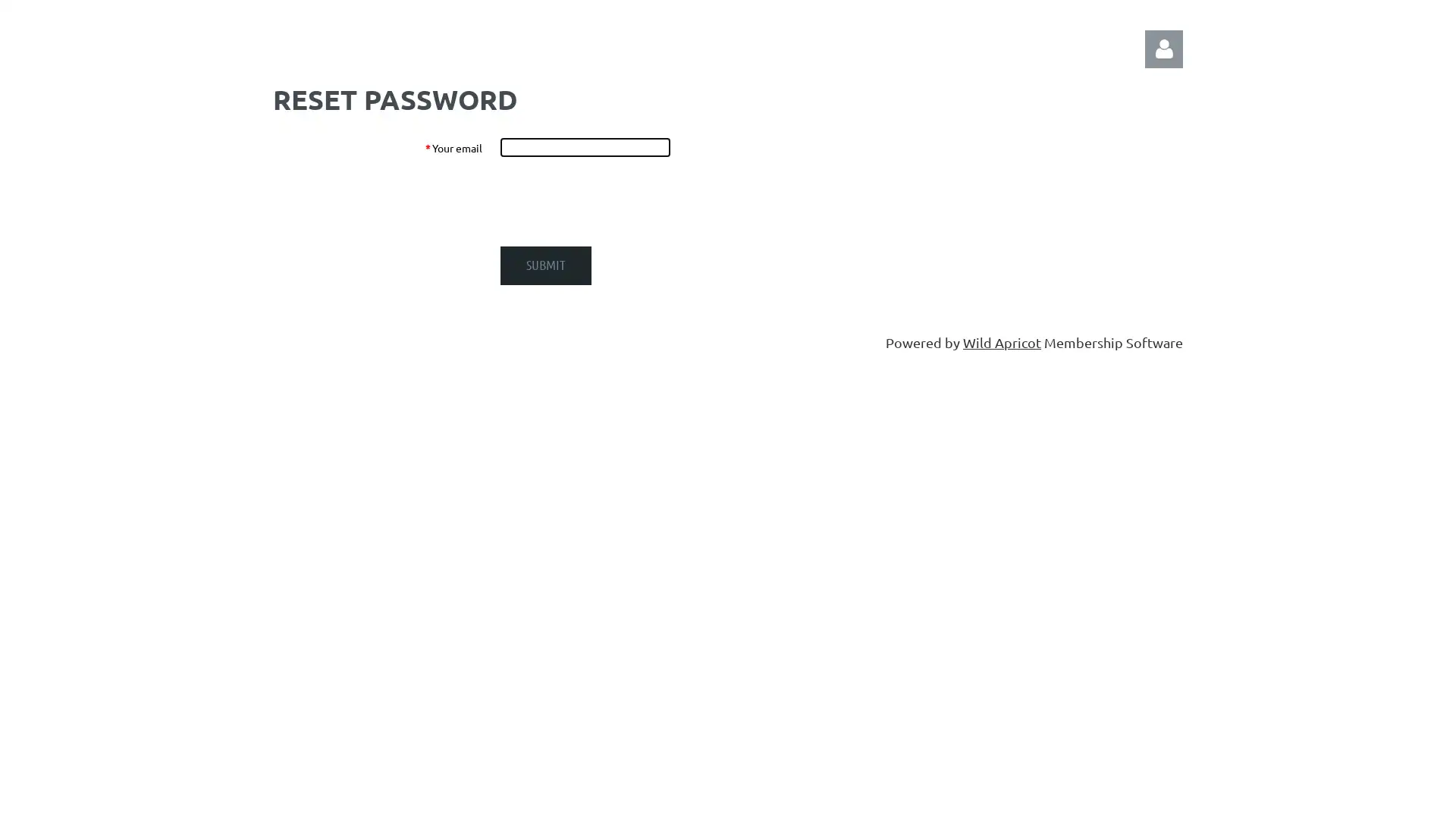 The width and height of the screenshot is (1456, 819). What do you see at coordinates (546, 265) in the screenshot?
I see `Submit` at bounding box center [546, 265].